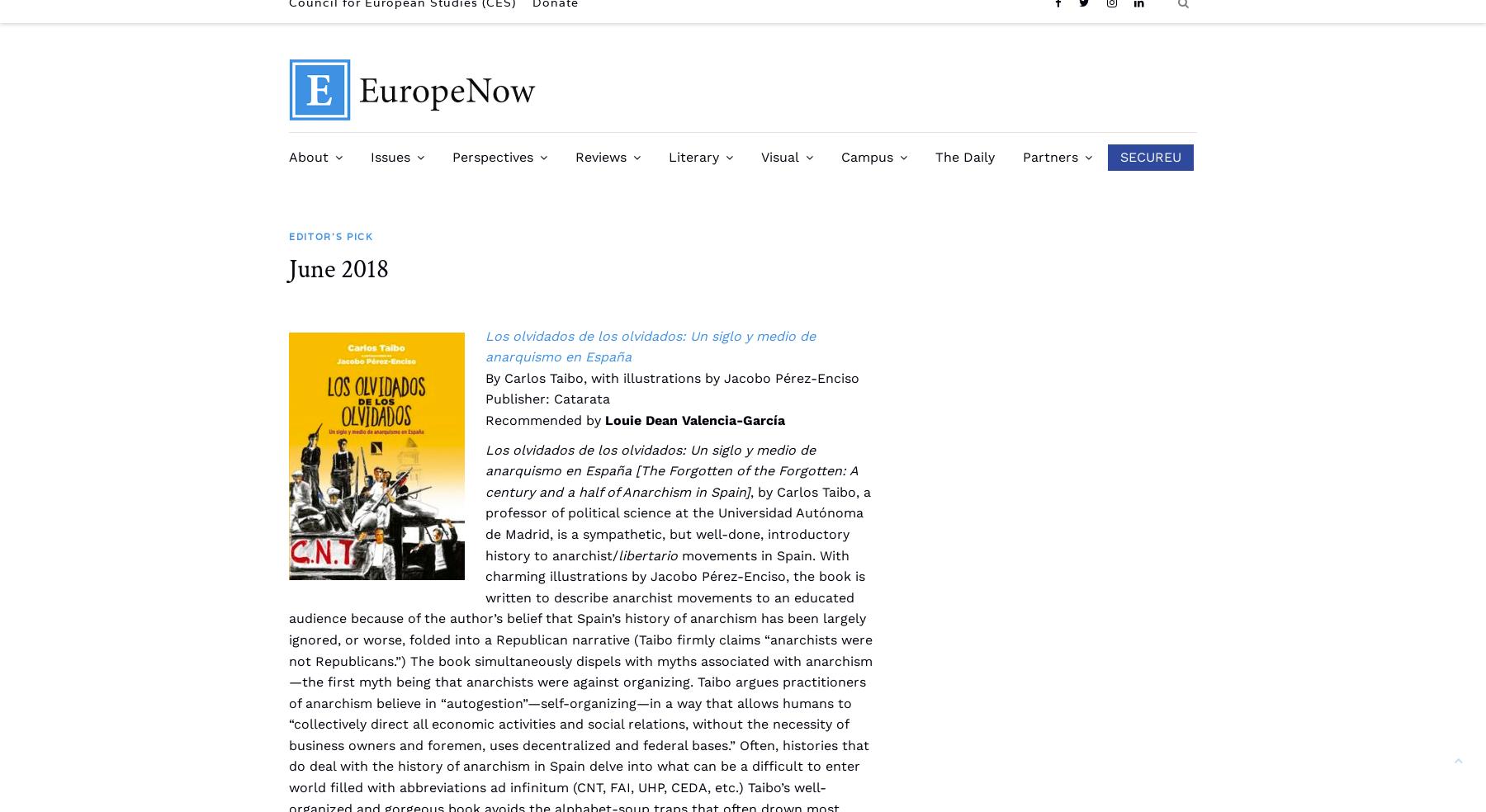 This screenshot has height=812, width=1486. Describe the element at coordinates (520, 451) in the screenshot. I see `'CES Past Conference Dispatches'` at that location.